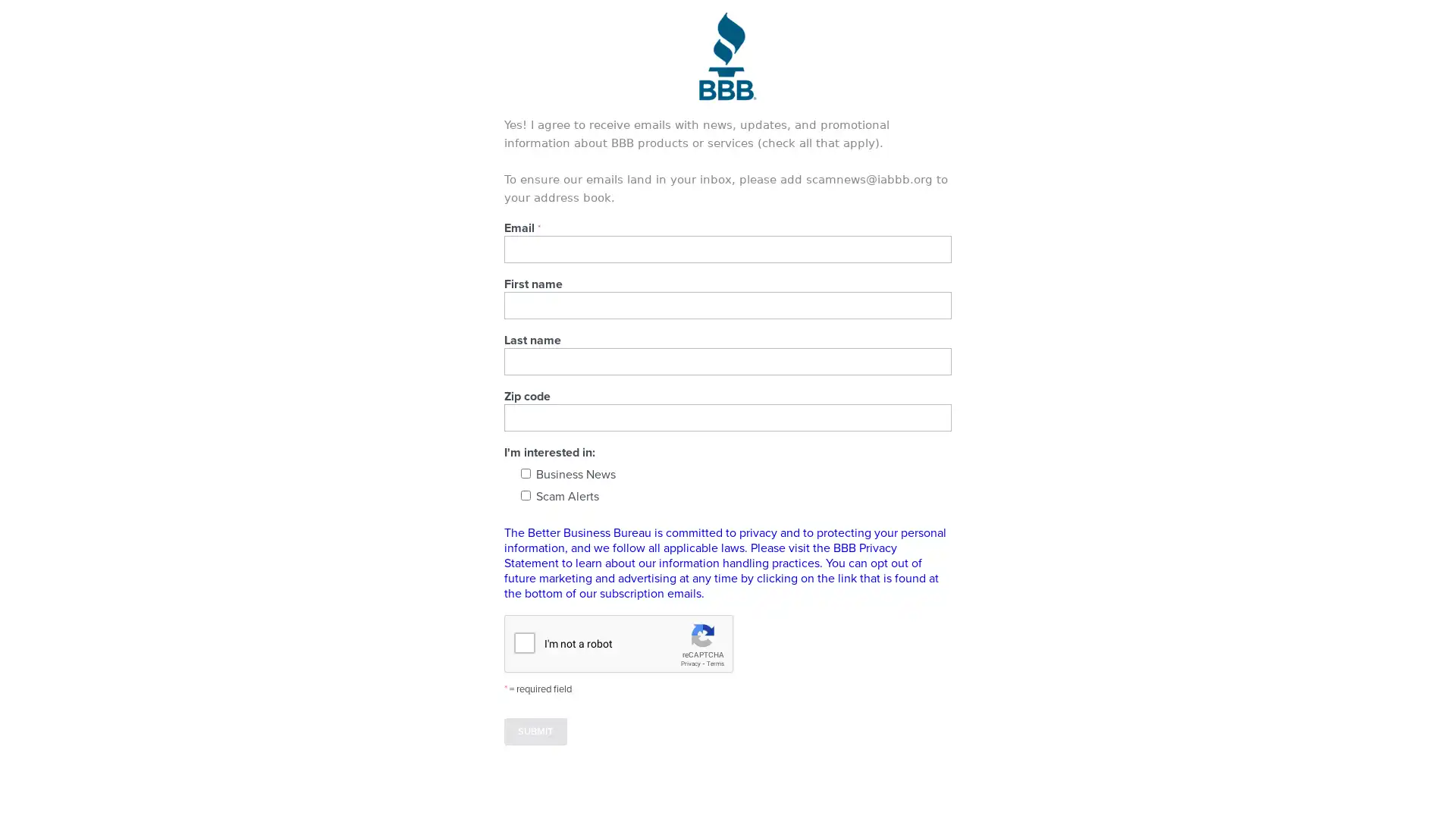 The width and height of the screenshot is (1456, 819). What do you see at coordinates (535, 730) in the screenshot?
I see `Submit` at bounding box center [535, 730].